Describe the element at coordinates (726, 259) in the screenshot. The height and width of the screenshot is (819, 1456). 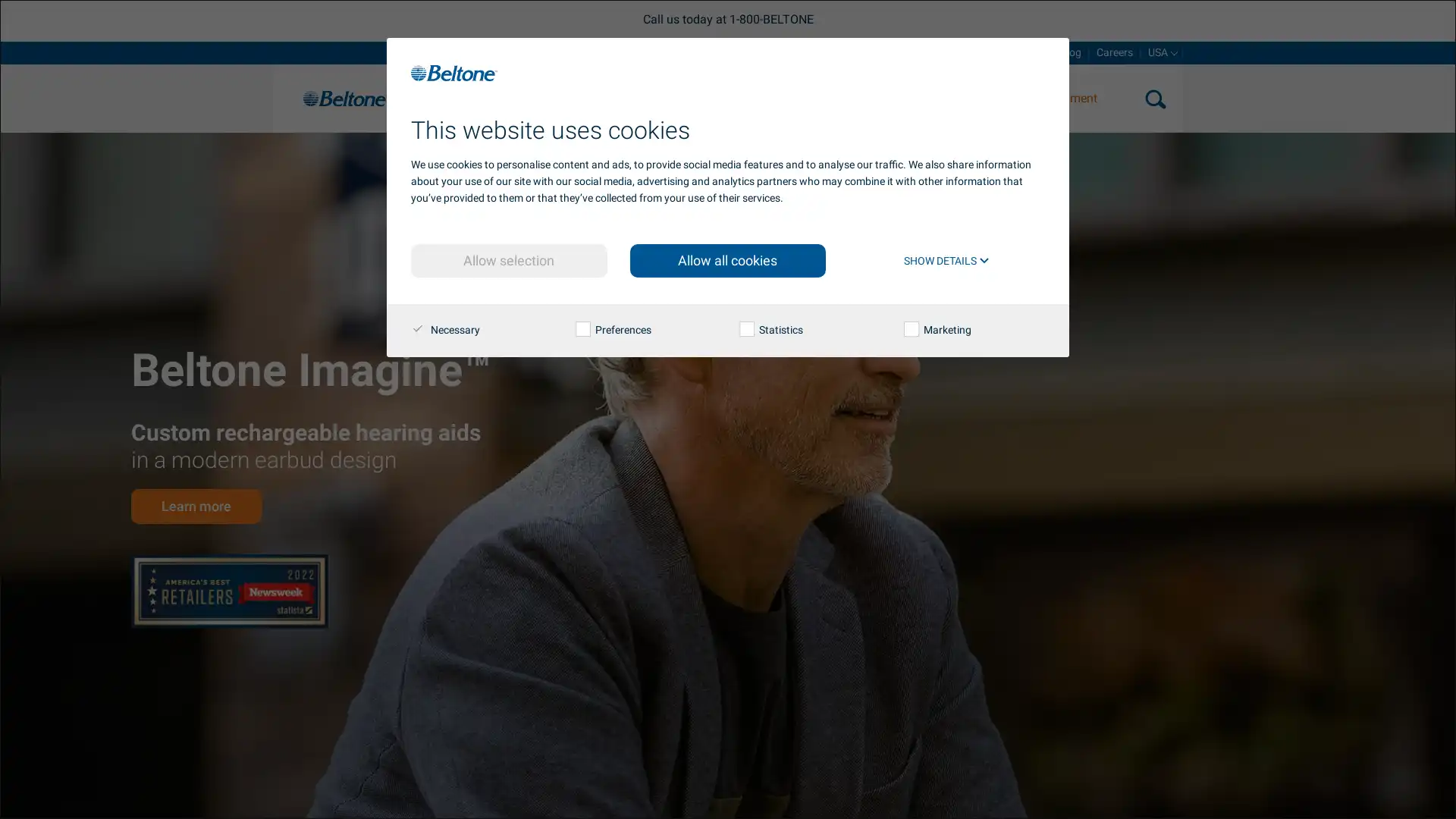
I see `Allow all cookies` at that location.